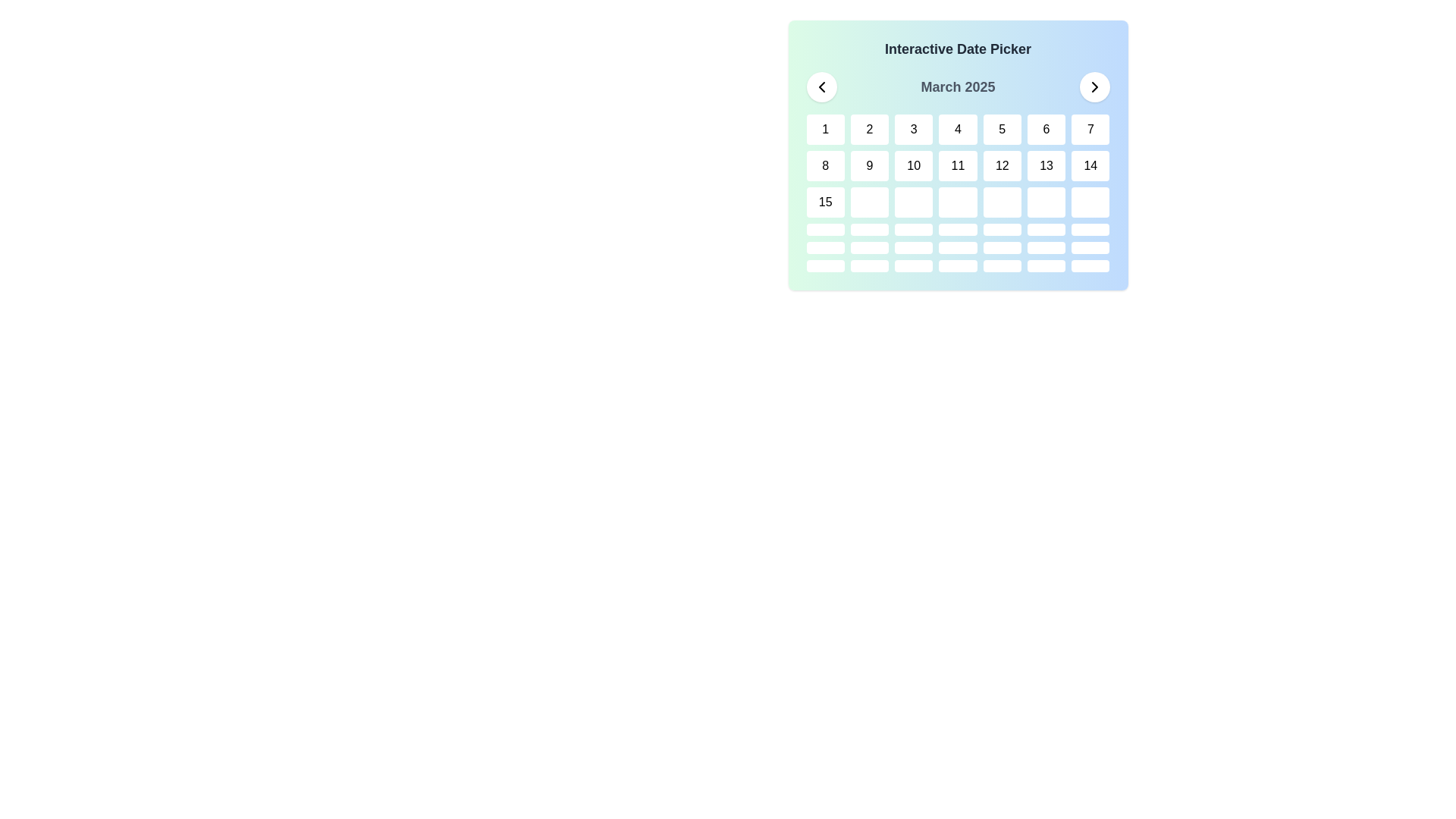 This screenshot has width=1456, height=819. Describe the element at coordinates (957, 265) in the screenshot. I see `the 4th button in the 5th row of a grid structure, which is styled with rounded corners and has a white background that changes to gray when hovered over` at that location.